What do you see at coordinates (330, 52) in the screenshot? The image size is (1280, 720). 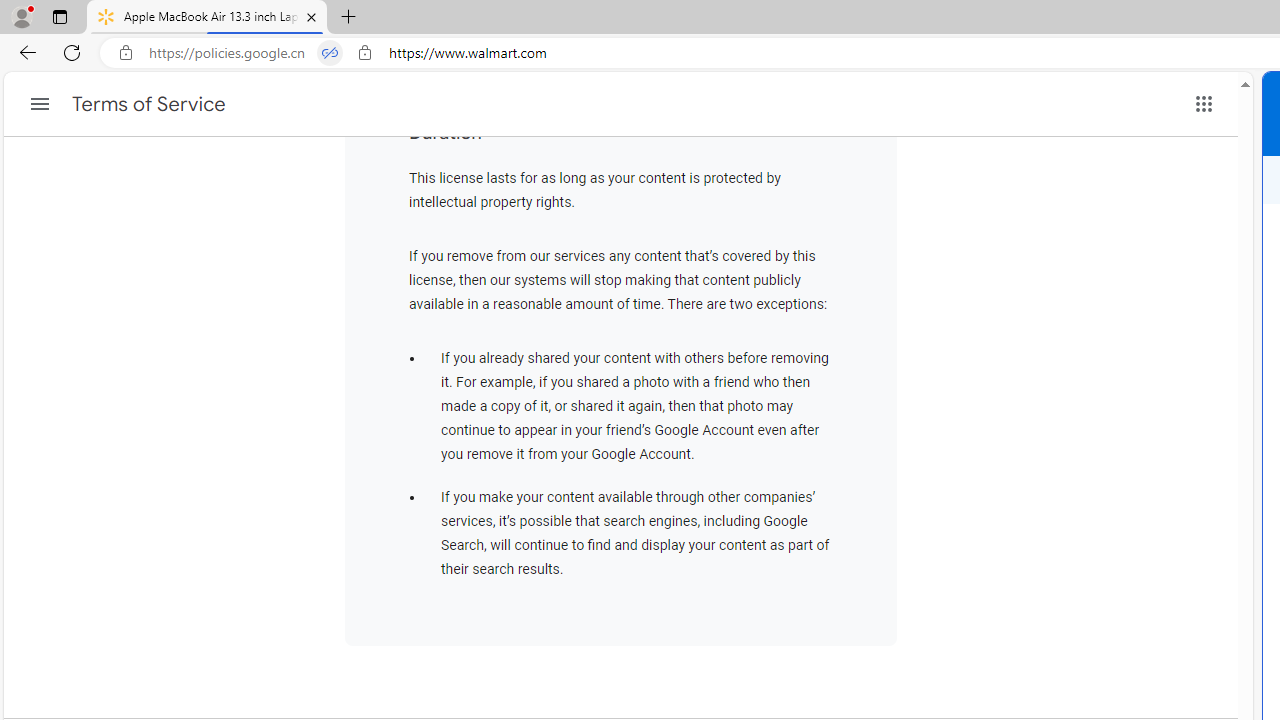 I see `'Tabs in split screen'` at bounding box center [330, 52].